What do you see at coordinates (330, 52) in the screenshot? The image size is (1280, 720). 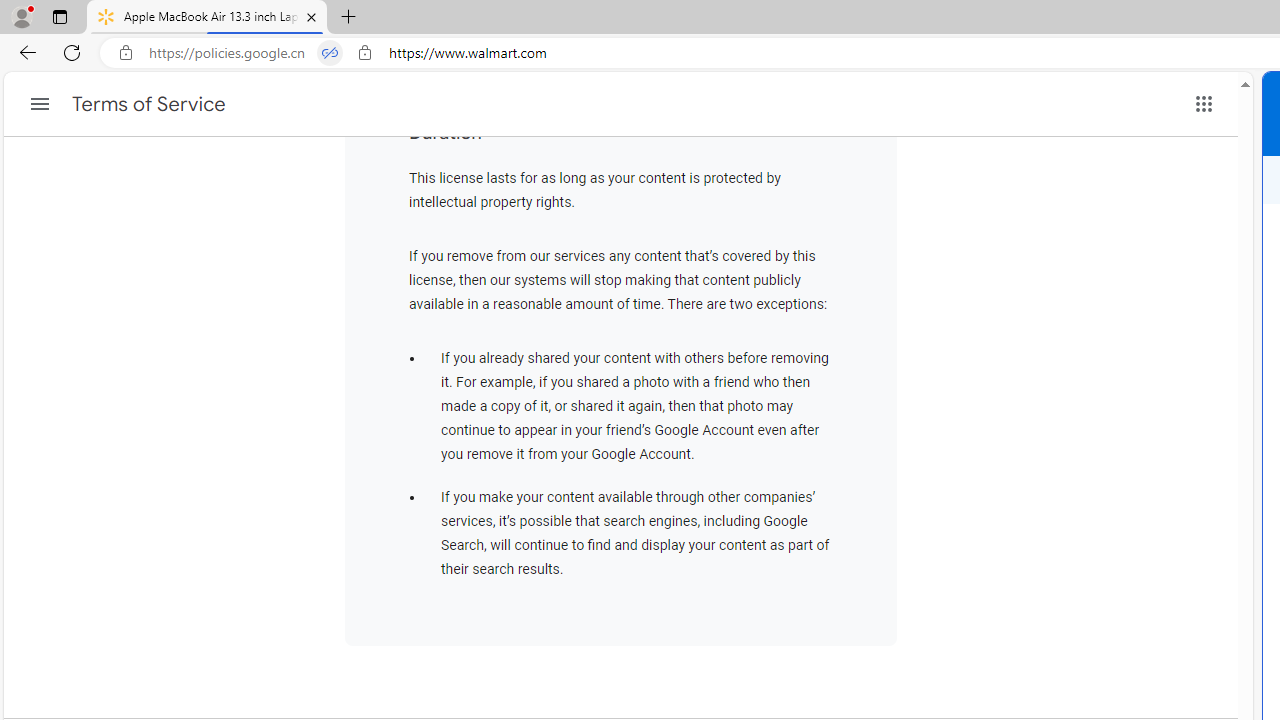 I see `'Tabs in split screen'` at bounding box center [330, 52].